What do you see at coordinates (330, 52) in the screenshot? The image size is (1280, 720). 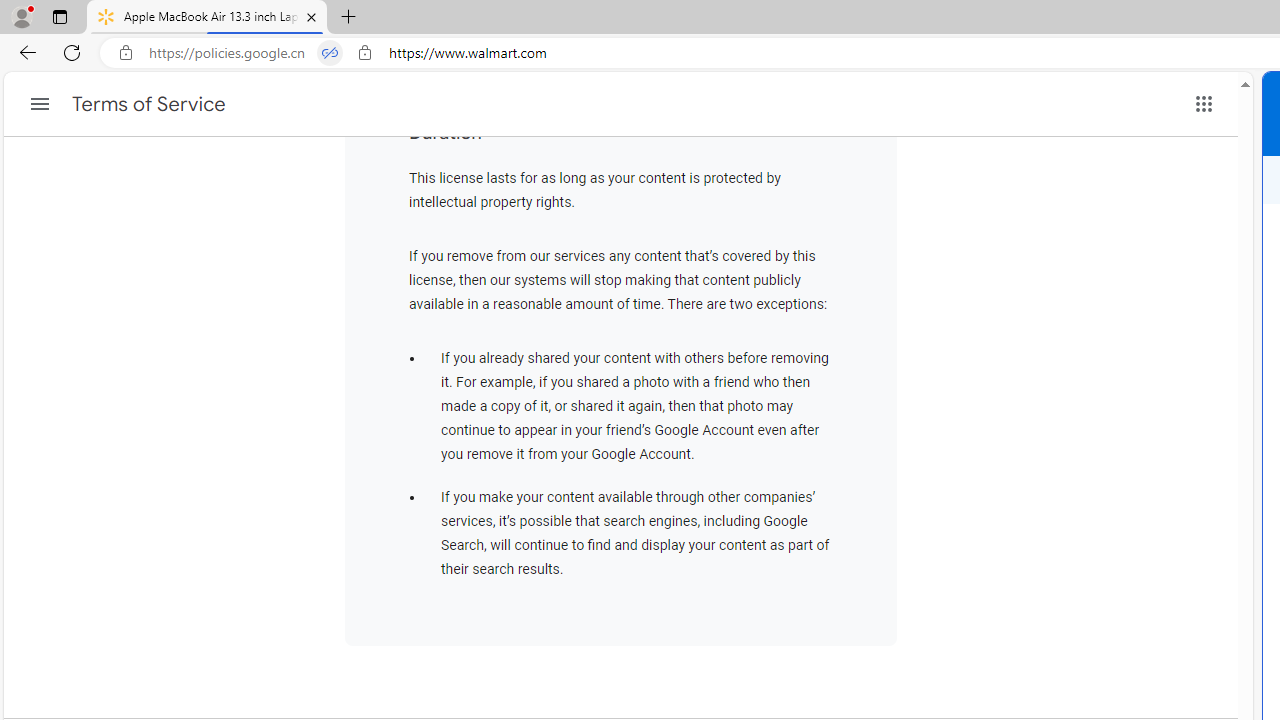 I see `'Tabs in split screen'` at bounding box center [330, 52].